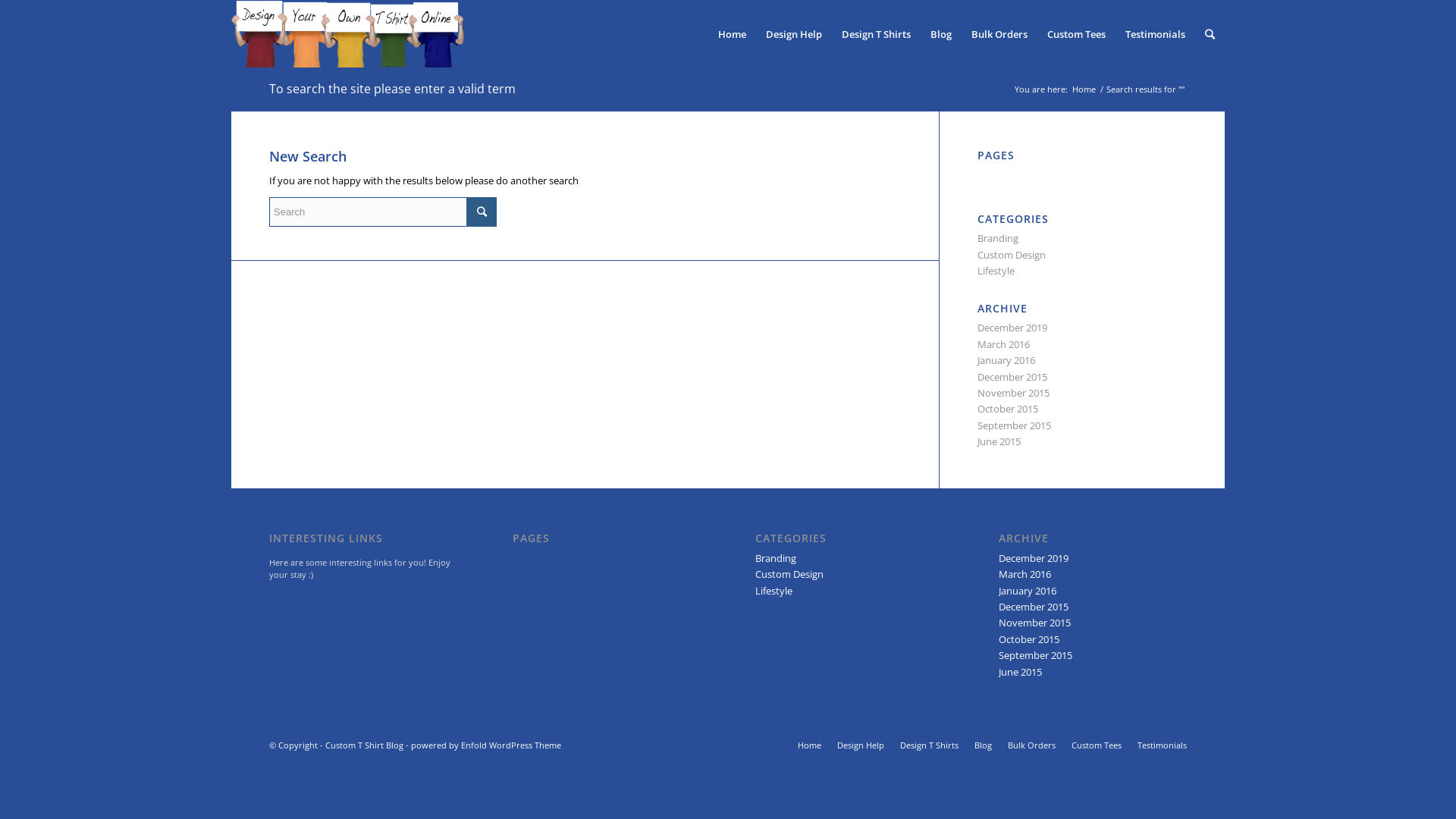 Image resolution: width=1456 pixels, height=819 pixels. What do you see at coordinates (999, 441) in the screenshot?
I see `'June 2015'` at bounding box center [999, 441].